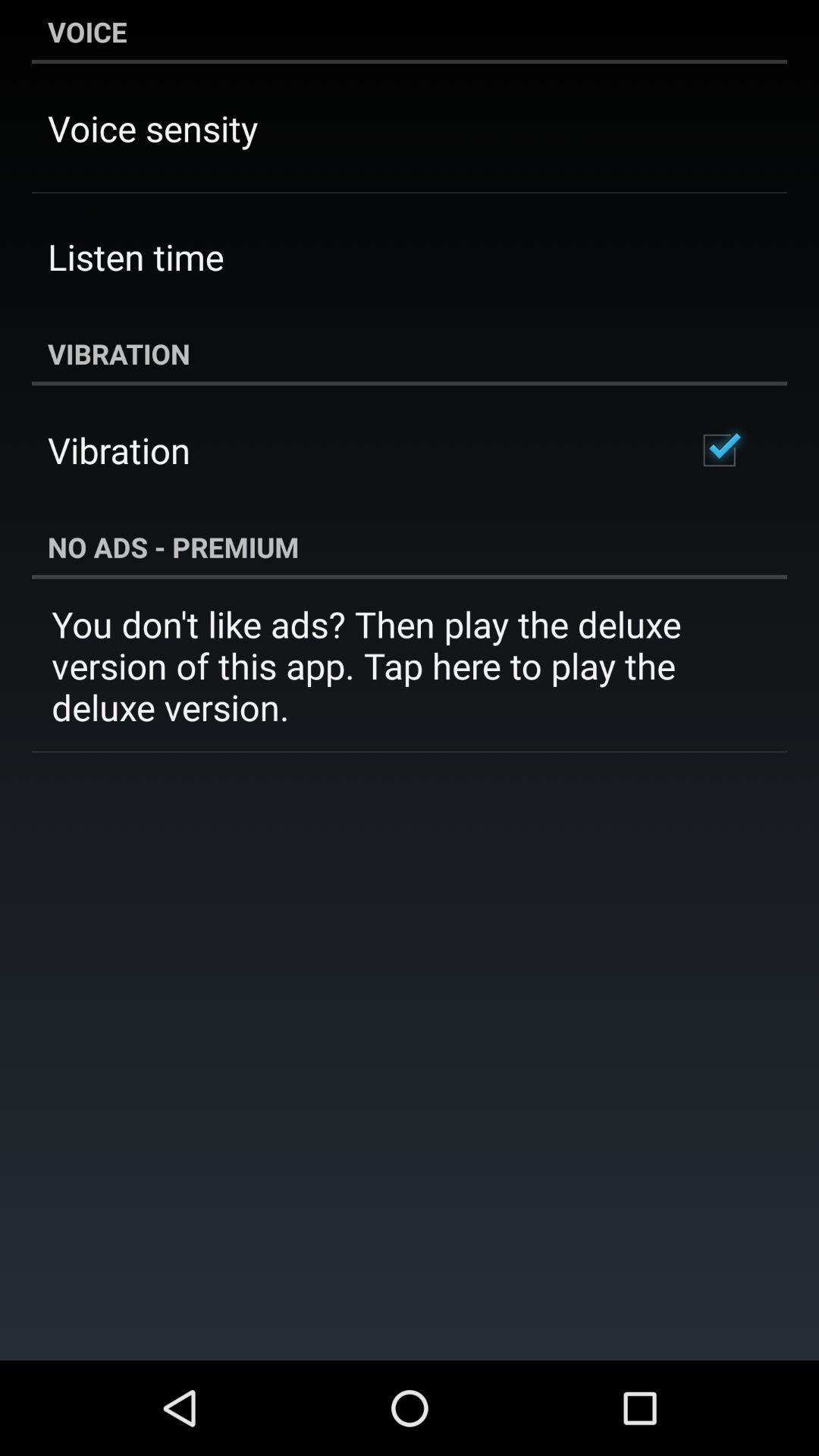 The image size is (819, 1456). What do you see at coordinates (135, 256) in the screenshot?
I see `the app below voice sensity item` at bounding box center [135, 256].